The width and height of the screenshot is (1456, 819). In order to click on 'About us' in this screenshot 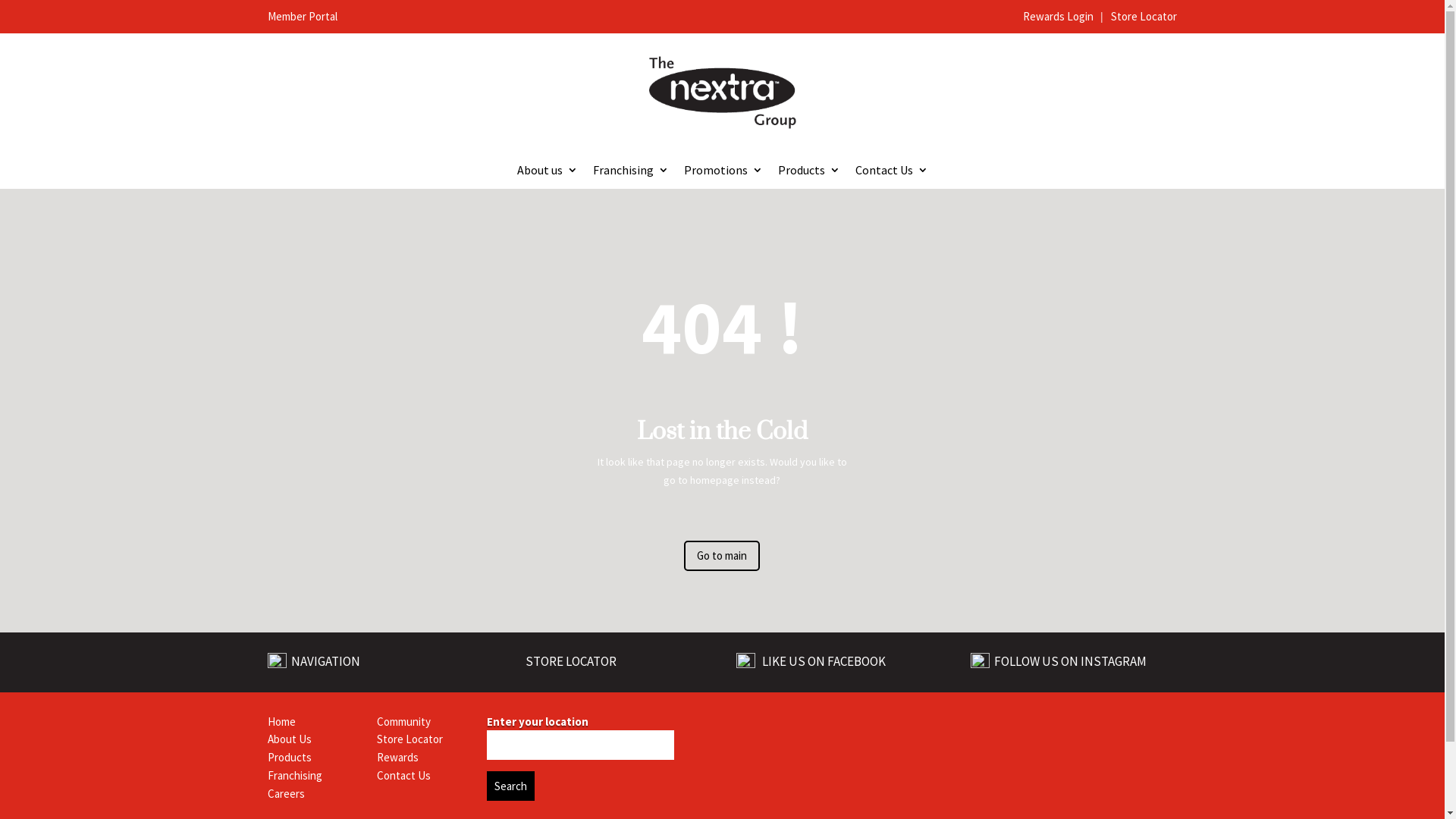, I will do `click(546, 171)`.